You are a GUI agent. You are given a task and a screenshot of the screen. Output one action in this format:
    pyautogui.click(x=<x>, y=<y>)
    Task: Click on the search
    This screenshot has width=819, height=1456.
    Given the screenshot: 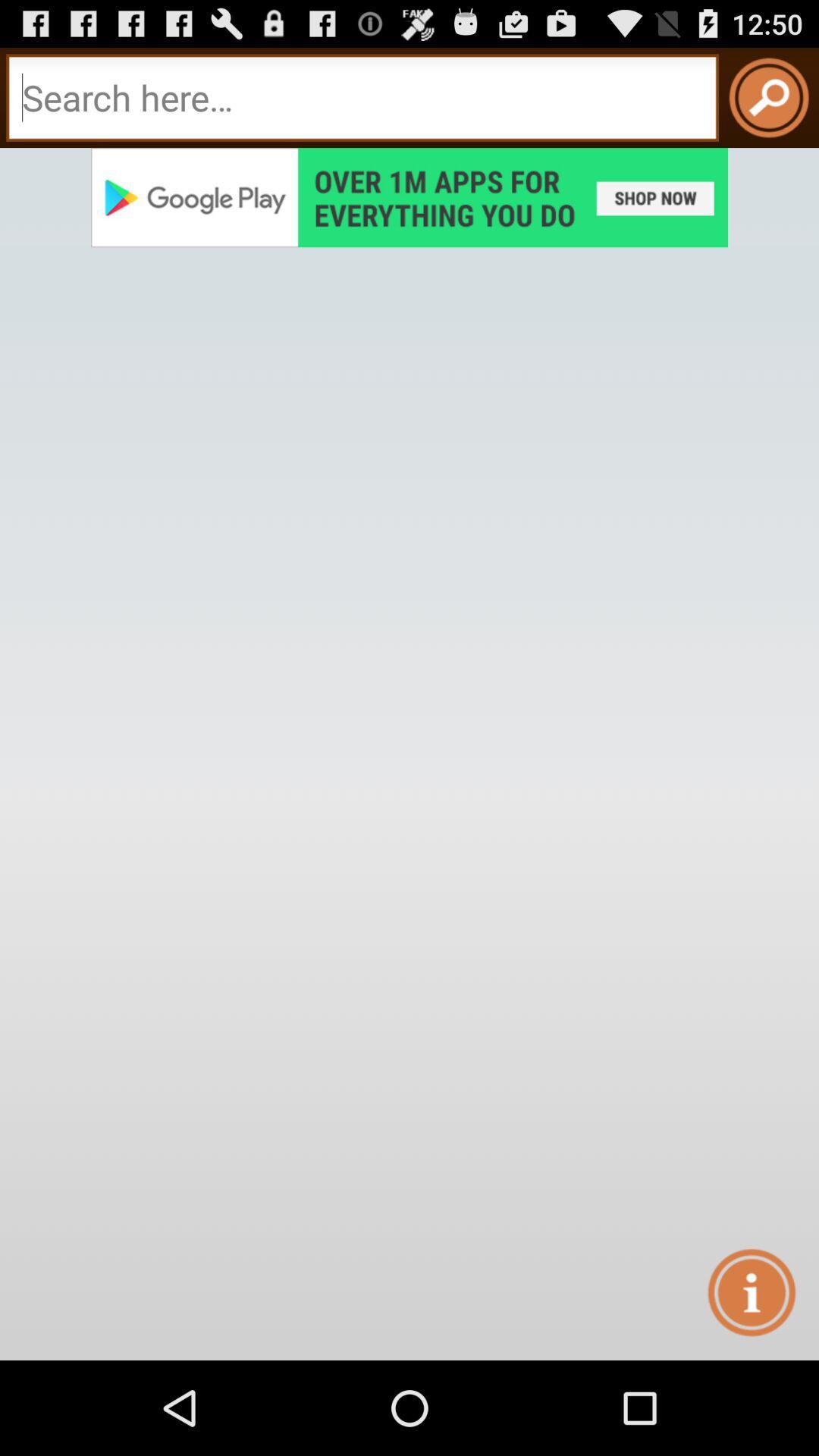 What is the action you would take?
    pyautogui.click(x=769, y=97)
    